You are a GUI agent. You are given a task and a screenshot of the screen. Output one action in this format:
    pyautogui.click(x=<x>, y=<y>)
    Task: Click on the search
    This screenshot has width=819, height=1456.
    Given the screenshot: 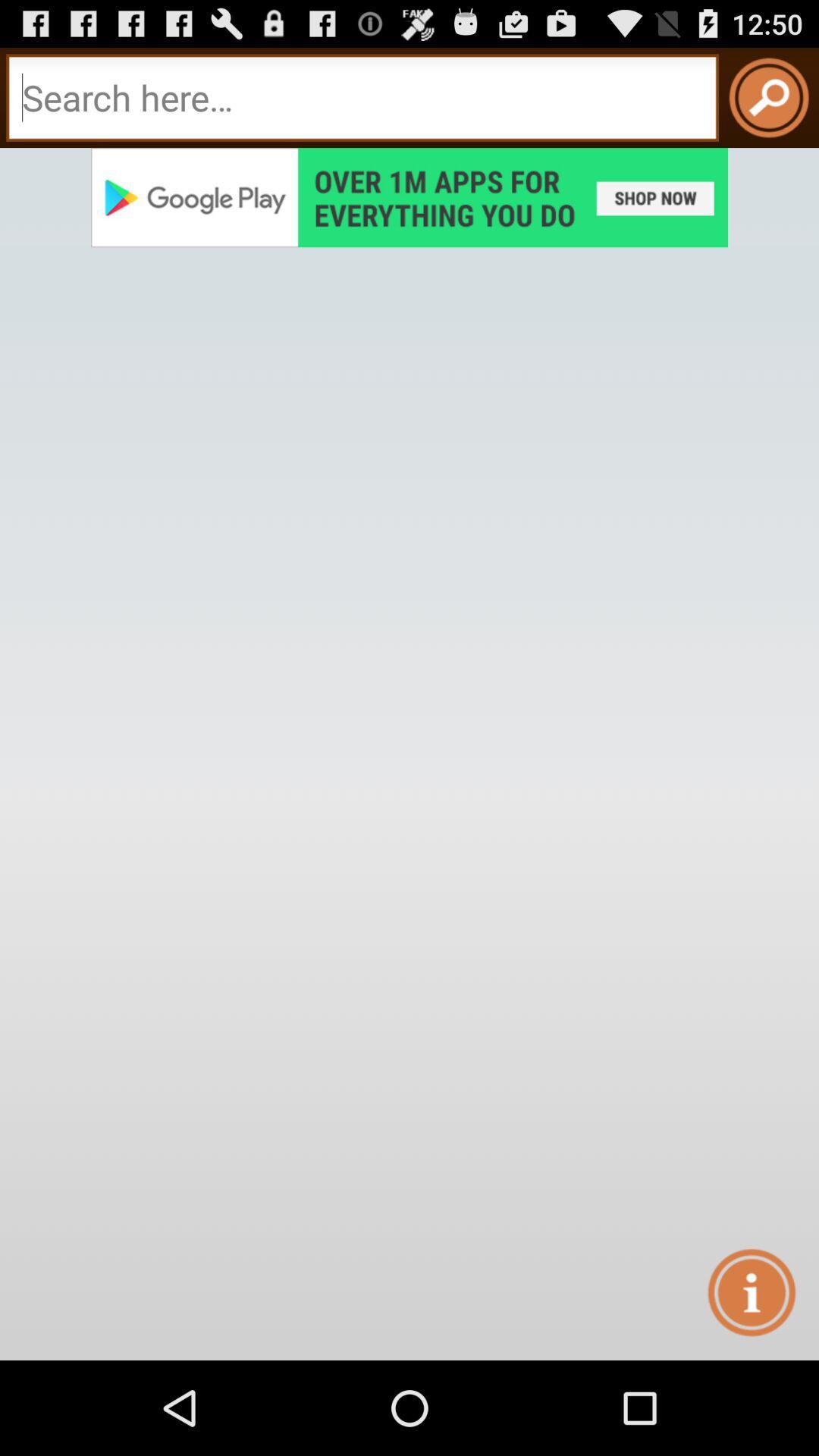 What is the action you would take?
    pyautogui.click(x=769, y=97)
    